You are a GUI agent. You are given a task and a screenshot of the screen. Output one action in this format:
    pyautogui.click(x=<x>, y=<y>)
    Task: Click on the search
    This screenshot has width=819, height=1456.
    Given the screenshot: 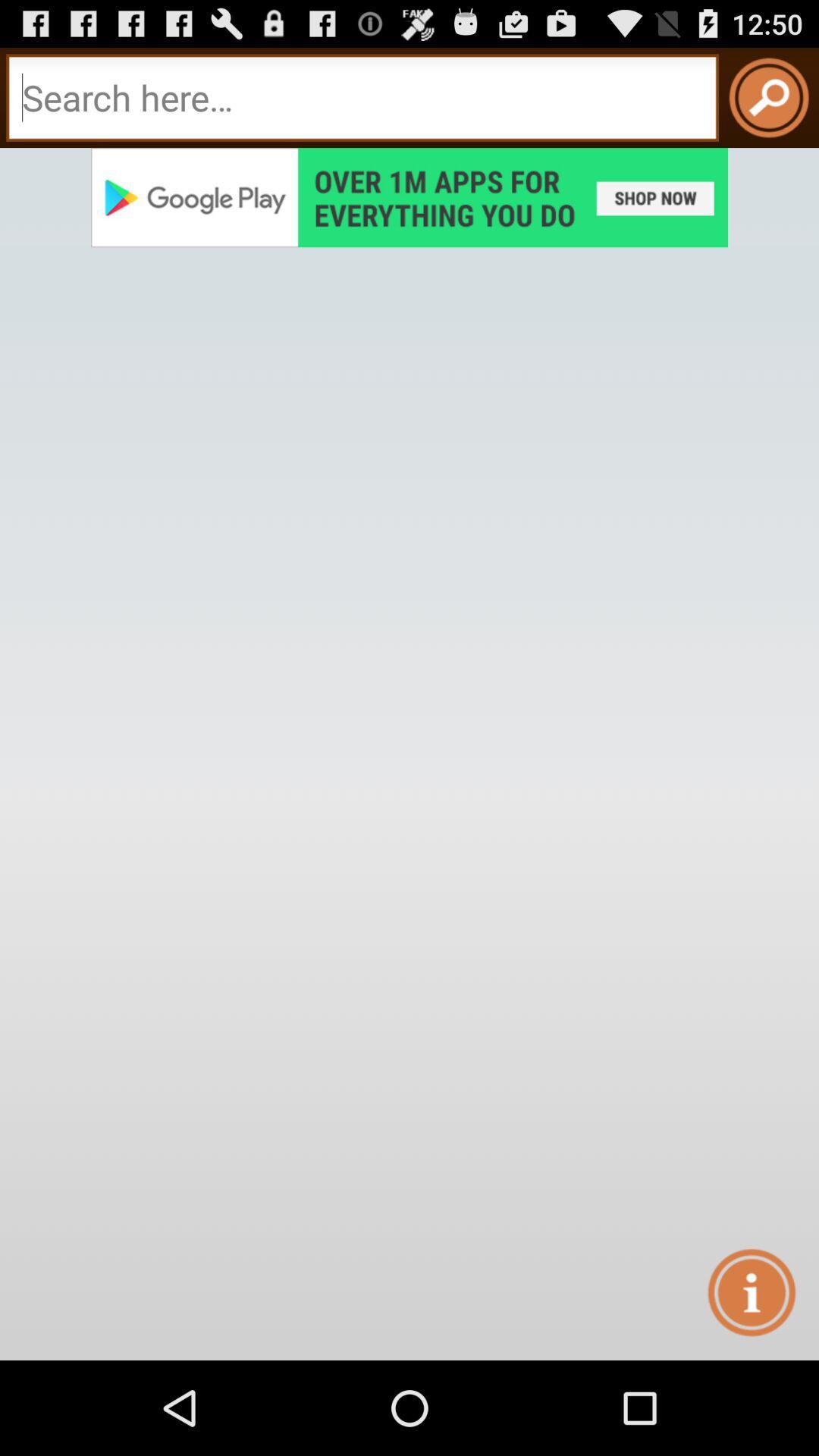 What is the action you would take?
    pyautogui.click(x=769, y=97)
    